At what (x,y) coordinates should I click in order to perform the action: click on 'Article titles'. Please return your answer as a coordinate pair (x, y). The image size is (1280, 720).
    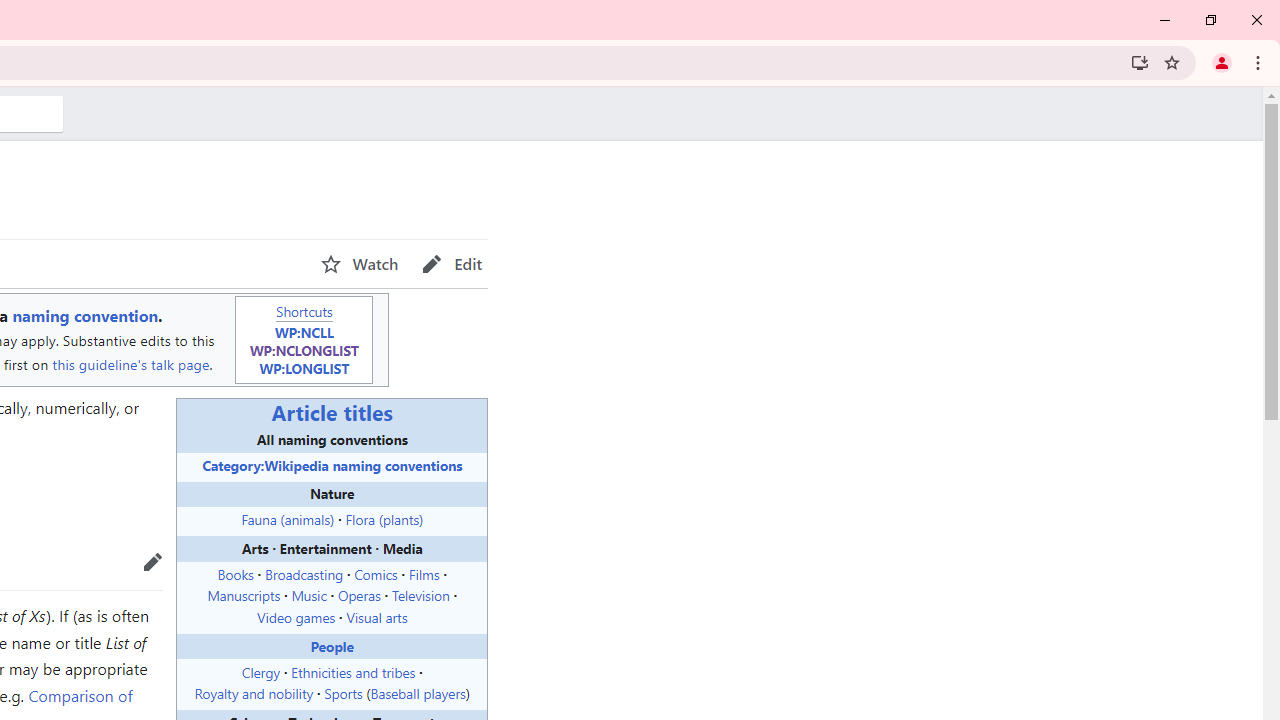
    Looking at the image, I should click on (332, 411).